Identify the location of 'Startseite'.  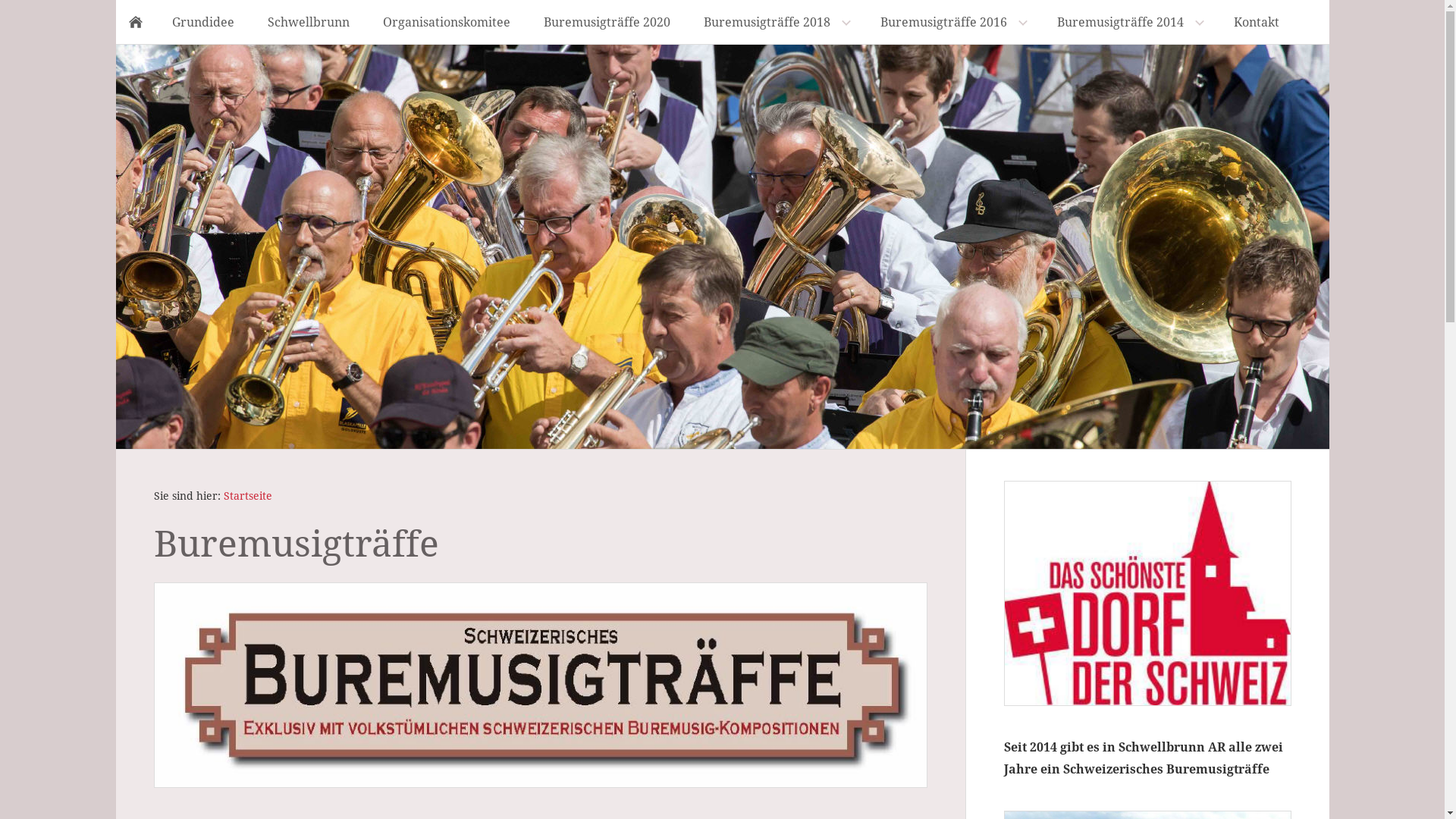
(221, 495).